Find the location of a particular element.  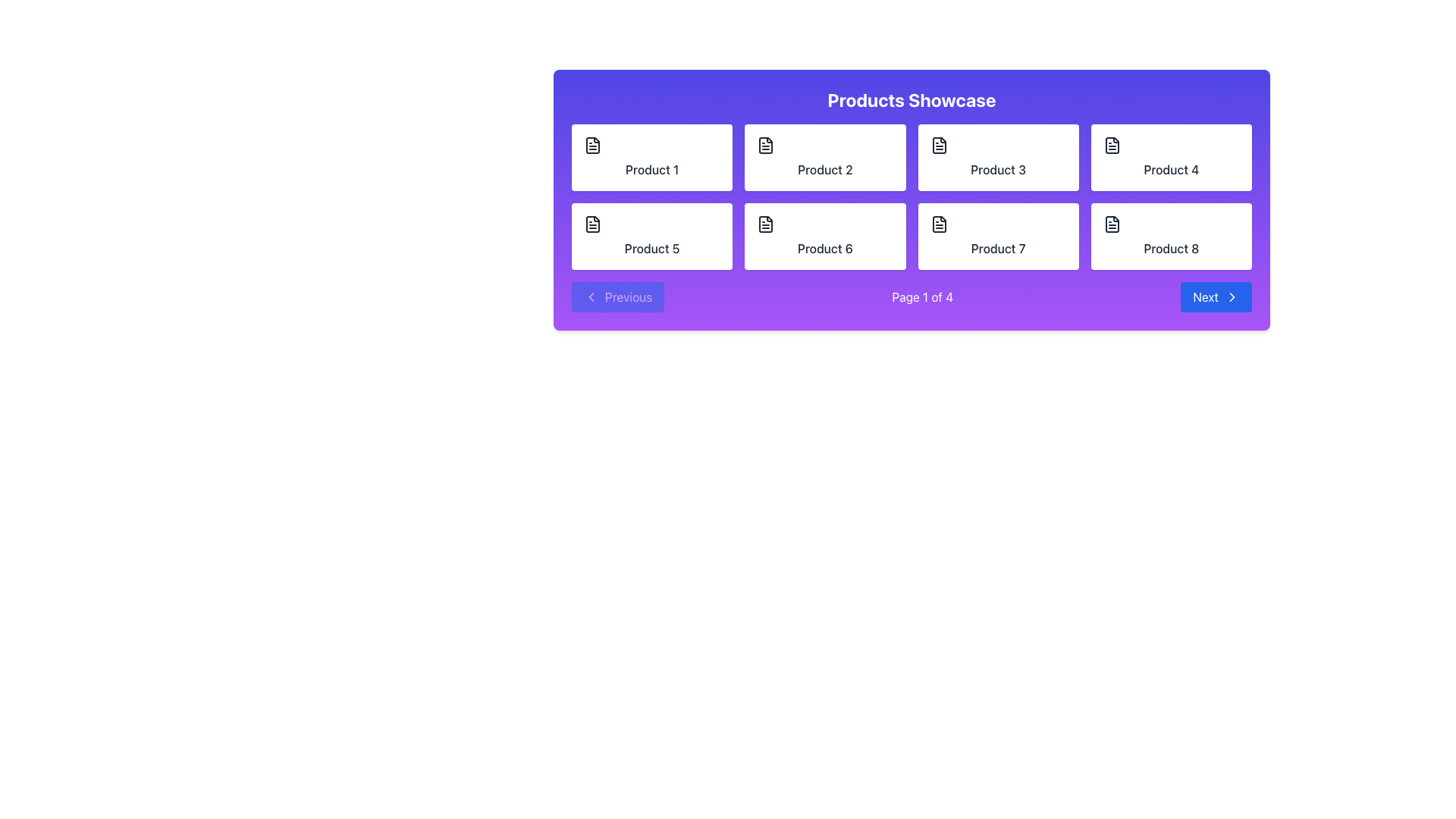

the 'Previous' button with a blue background and white text is located at coordinates (618, 297).